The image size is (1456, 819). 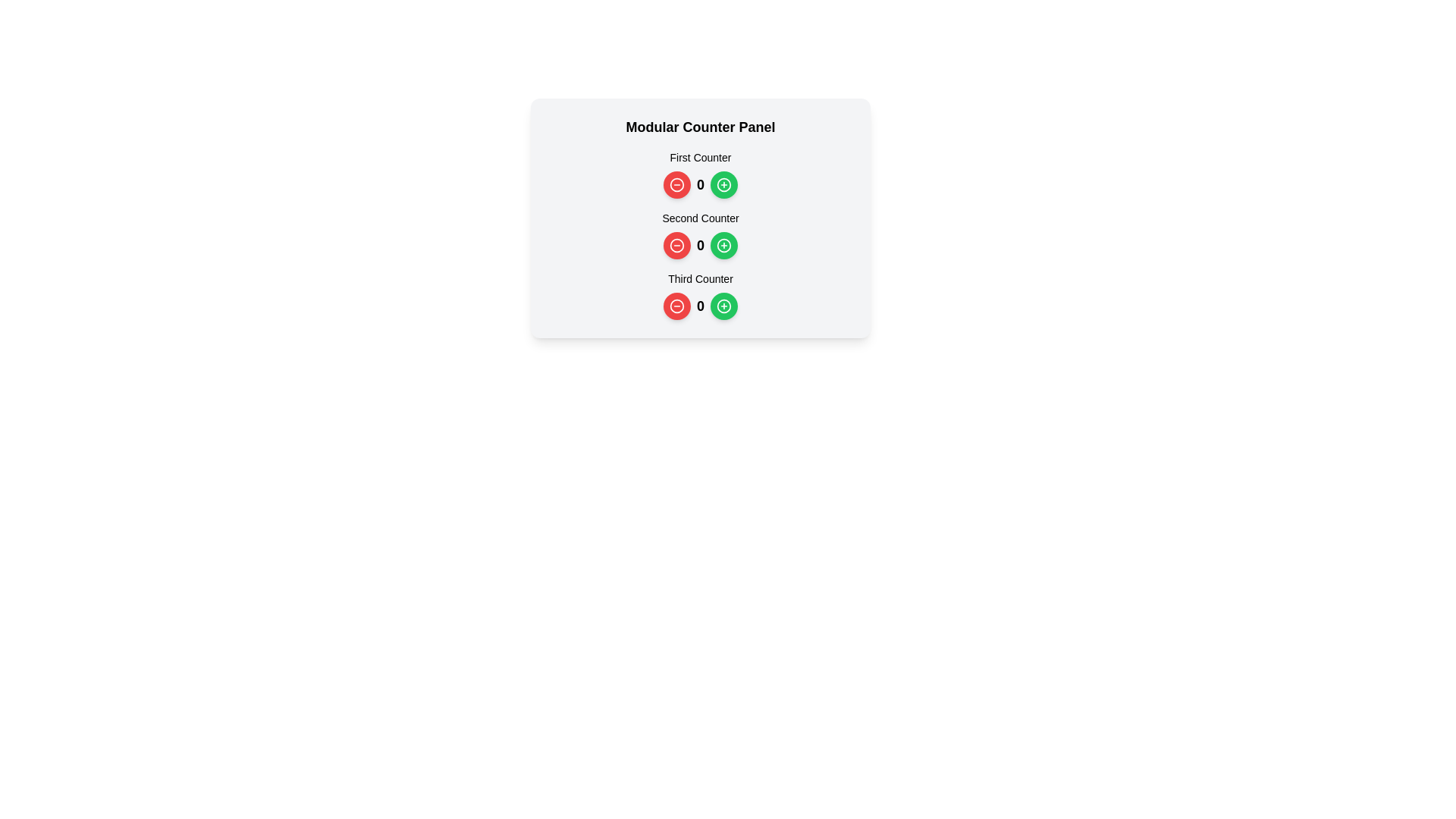 What do you see at coordinates (700, 218) in the screenshot?
I see `the Text Label that denotes the second counter section in the modular counter panel, which is positioned above the interactive buttons and display of the second counter group` at bounding box center [700, 218].